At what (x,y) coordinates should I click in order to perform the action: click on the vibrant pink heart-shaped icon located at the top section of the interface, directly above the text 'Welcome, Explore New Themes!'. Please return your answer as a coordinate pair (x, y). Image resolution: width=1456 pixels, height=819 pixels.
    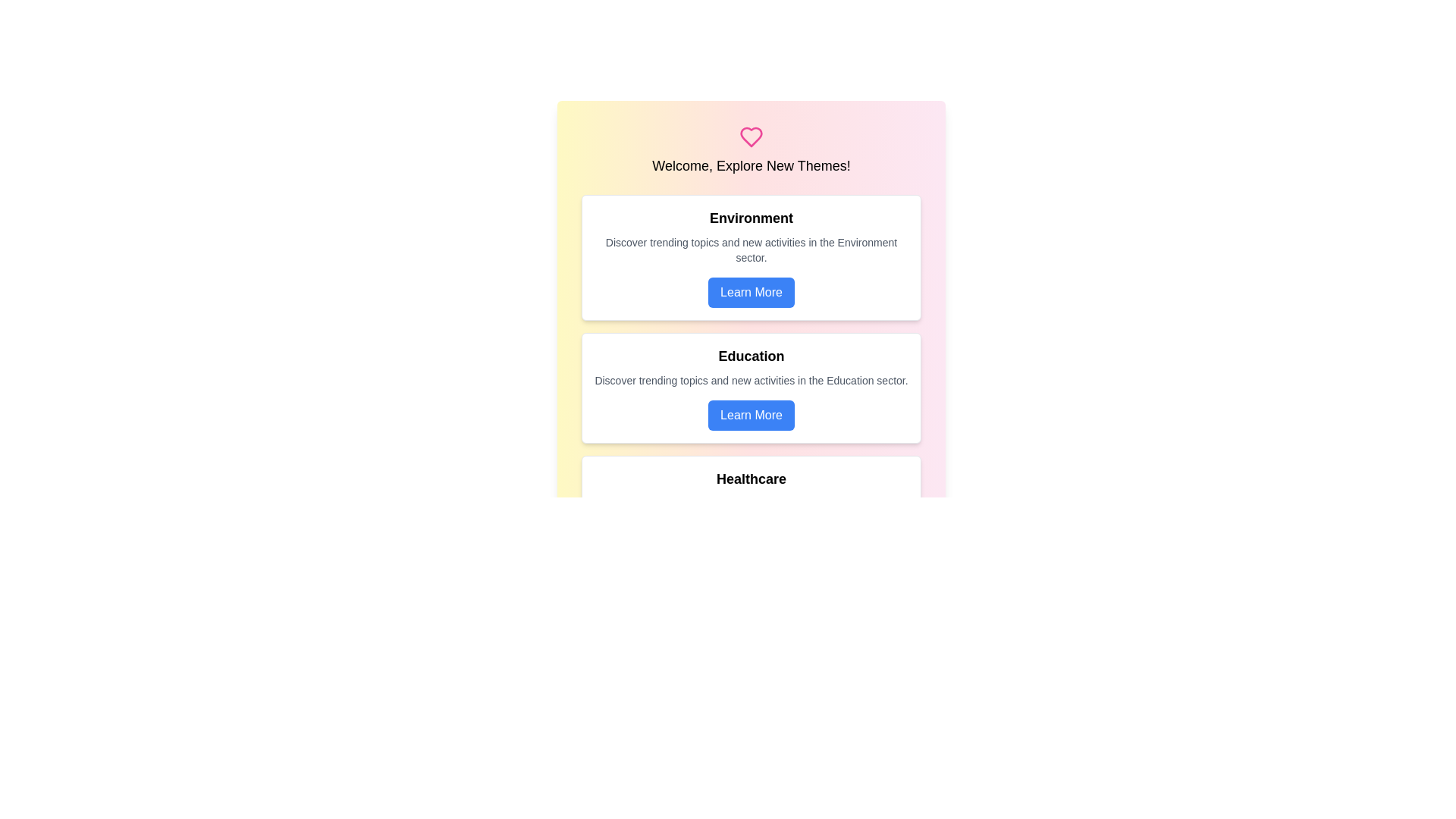
    Looking at the image, I should click on (751, 137).